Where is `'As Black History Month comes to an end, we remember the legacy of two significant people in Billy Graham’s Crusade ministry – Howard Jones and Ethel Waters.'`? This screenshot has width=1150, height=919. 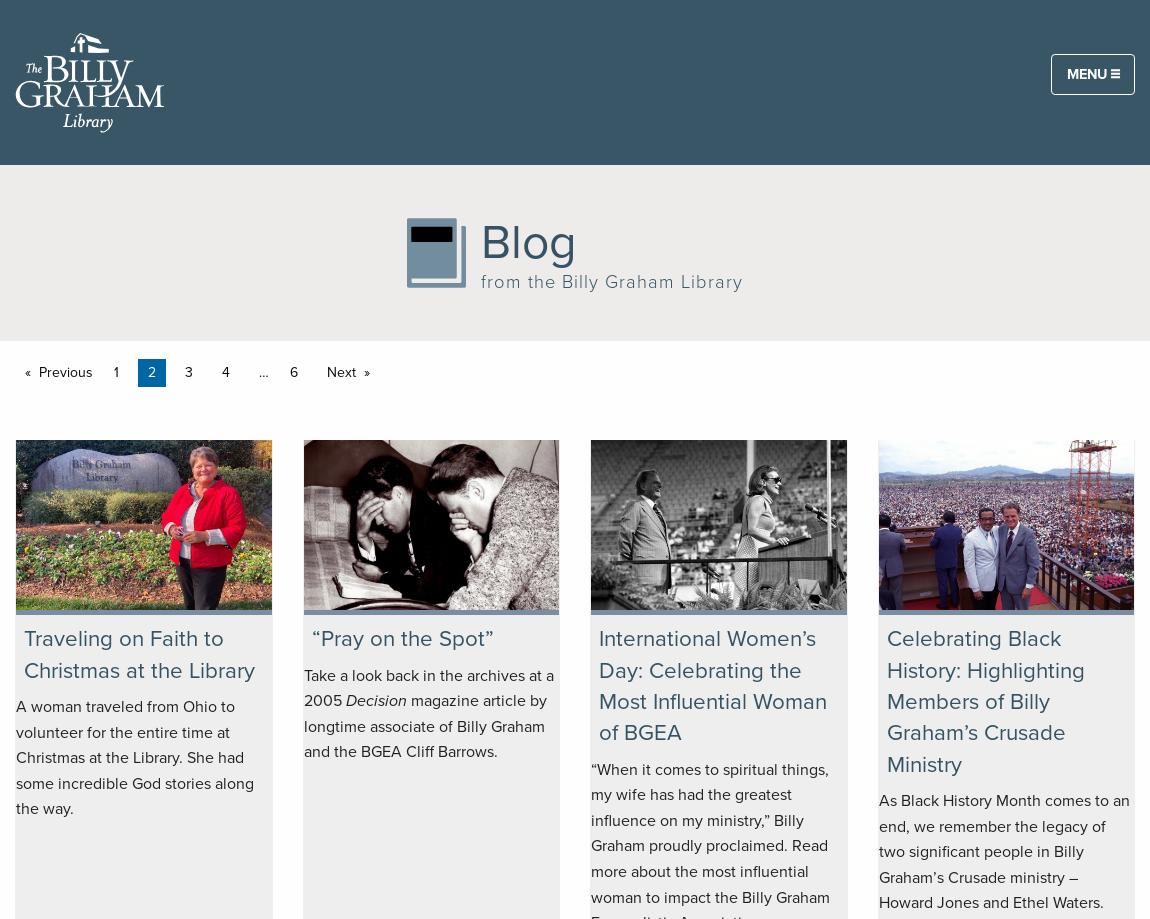 'As Black History Month comes to an end, we remember the legacy of two significant people in Billy Graham’s Crusade ministry – Howard Jones and Ethel Waters.' is located at coordinates (1003, 850).